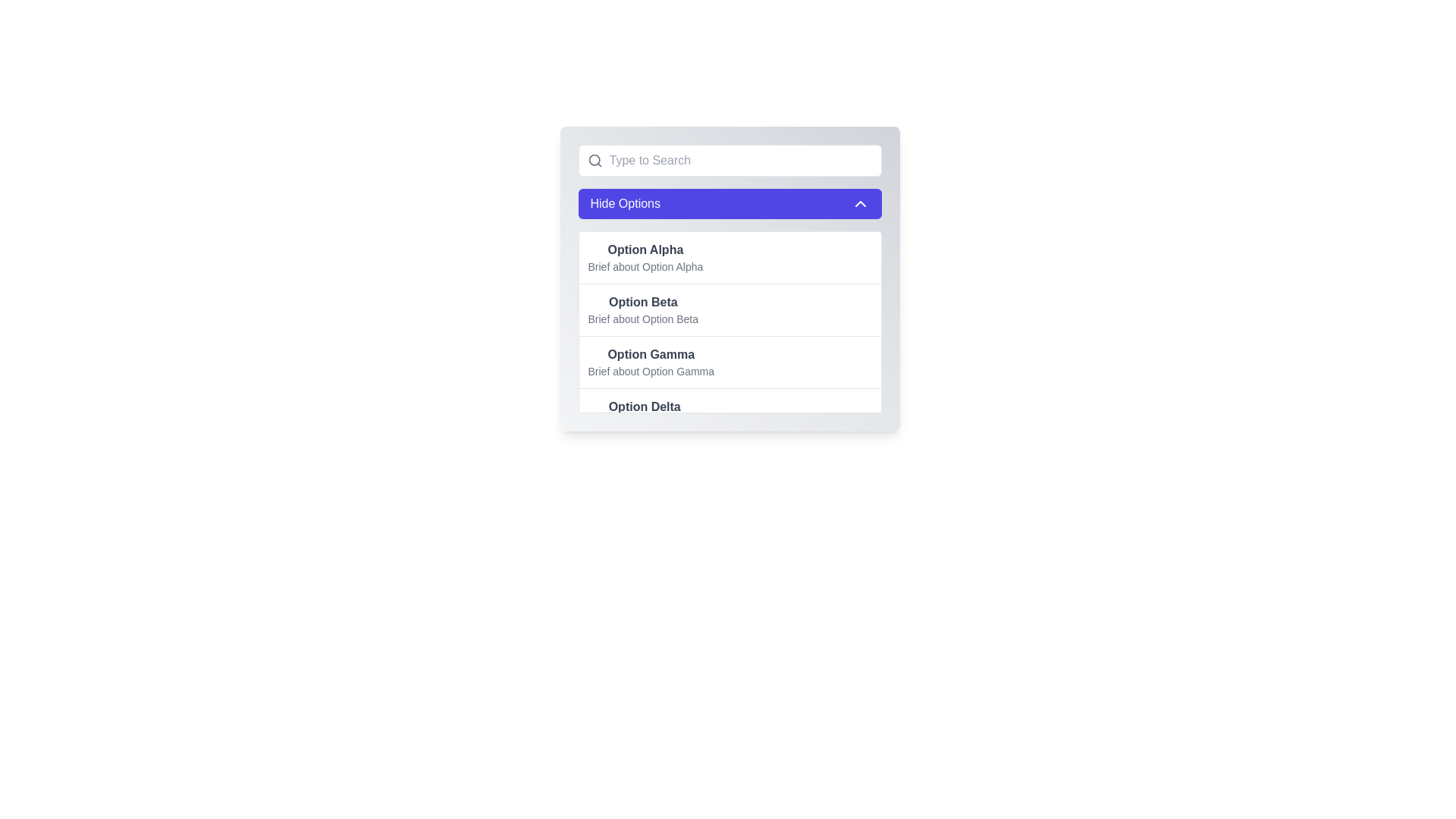  I want to click on the Text label providing information about the 'Option Beta' option, located directly below the 'Option Beta' header in the dropdown panel, so click(643, 318).